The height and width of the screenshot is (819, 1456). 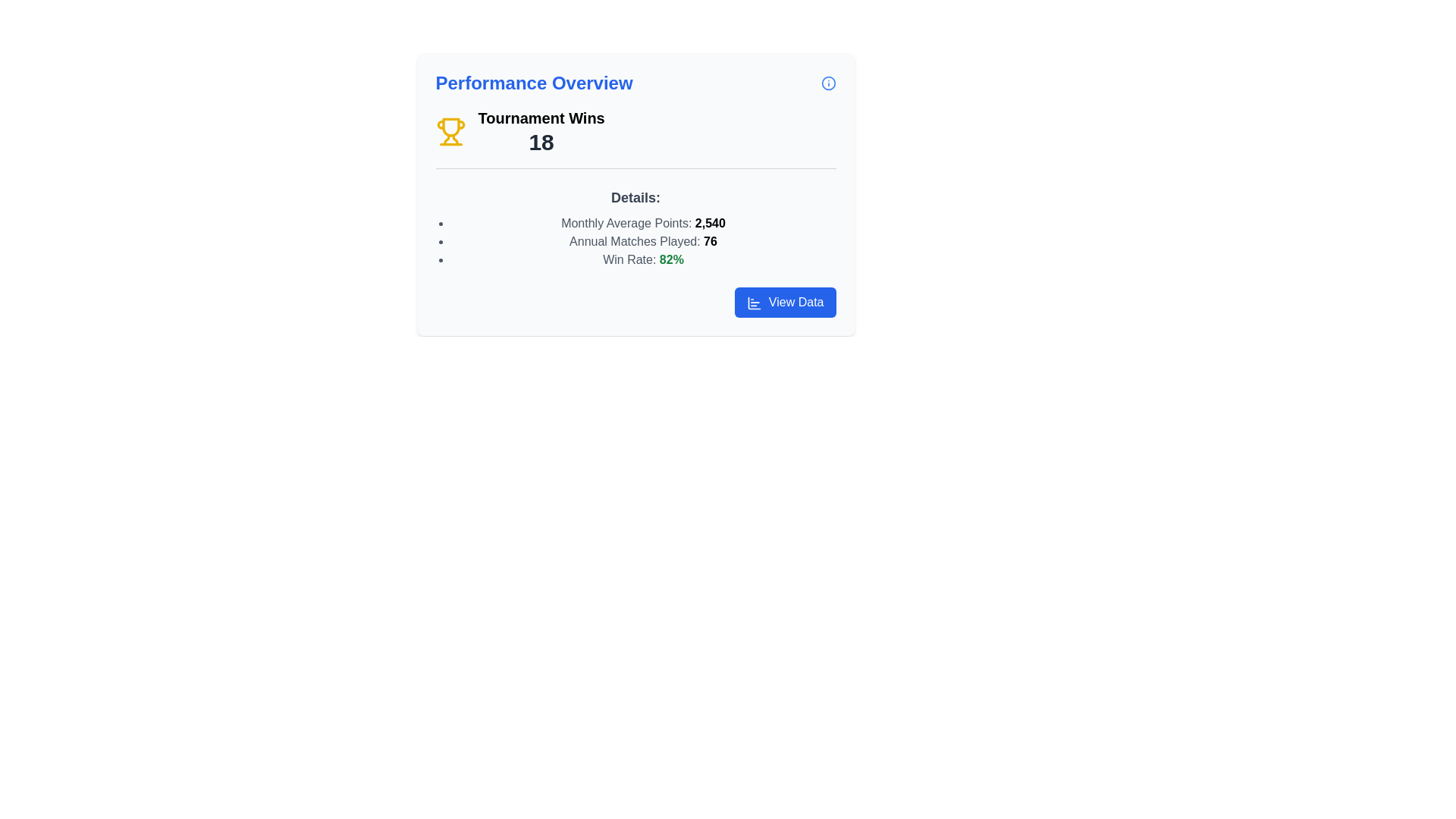 I want to click on the text label 'Tournament Wins' which is prominently displayed in bold near a yellow trophy icon, indicating the title for the numerical value below it, so click(x=541, y=117).